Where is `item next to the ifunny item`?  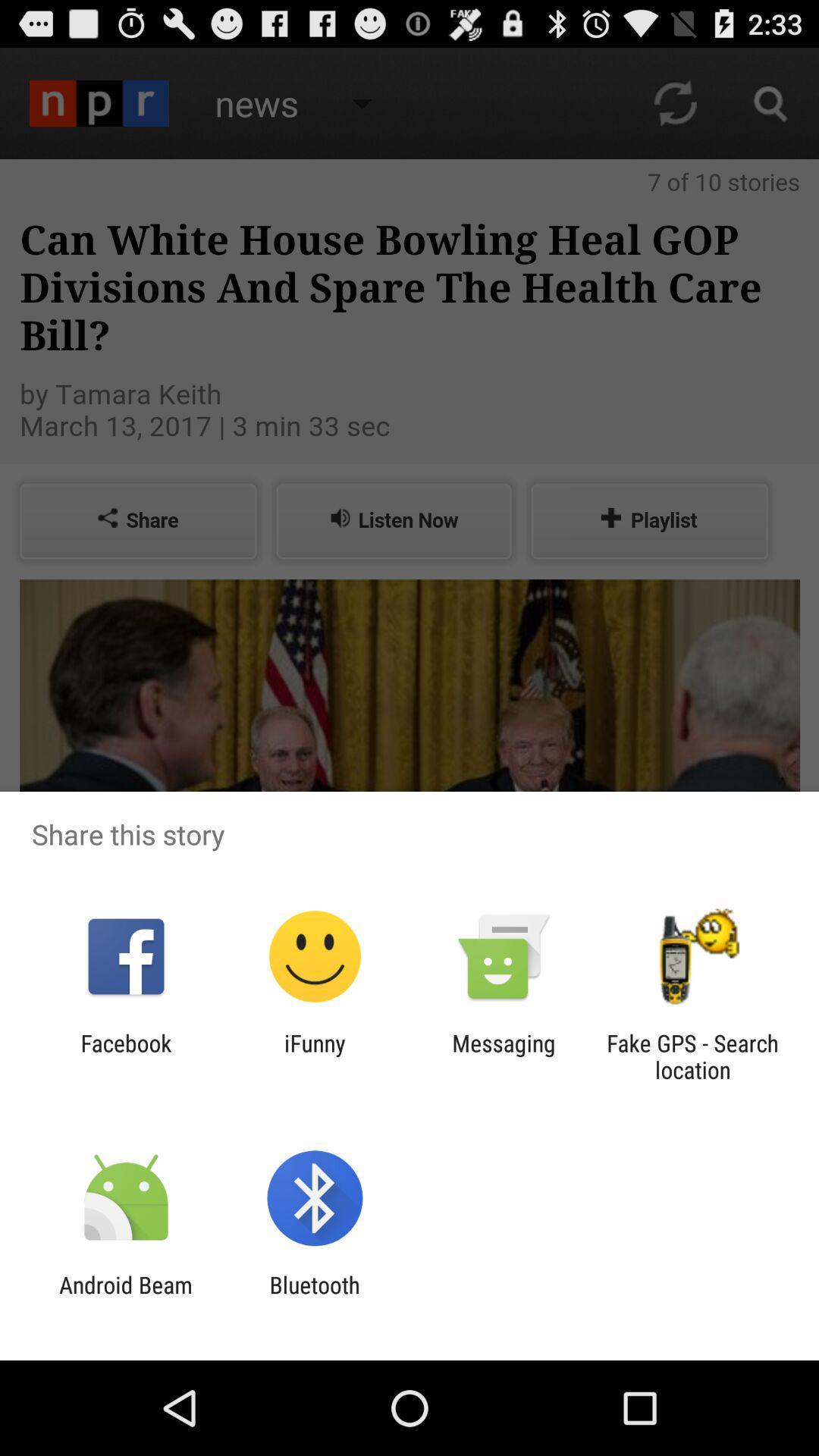 item next to the ifunny item is located at coordinates (504, 1056).